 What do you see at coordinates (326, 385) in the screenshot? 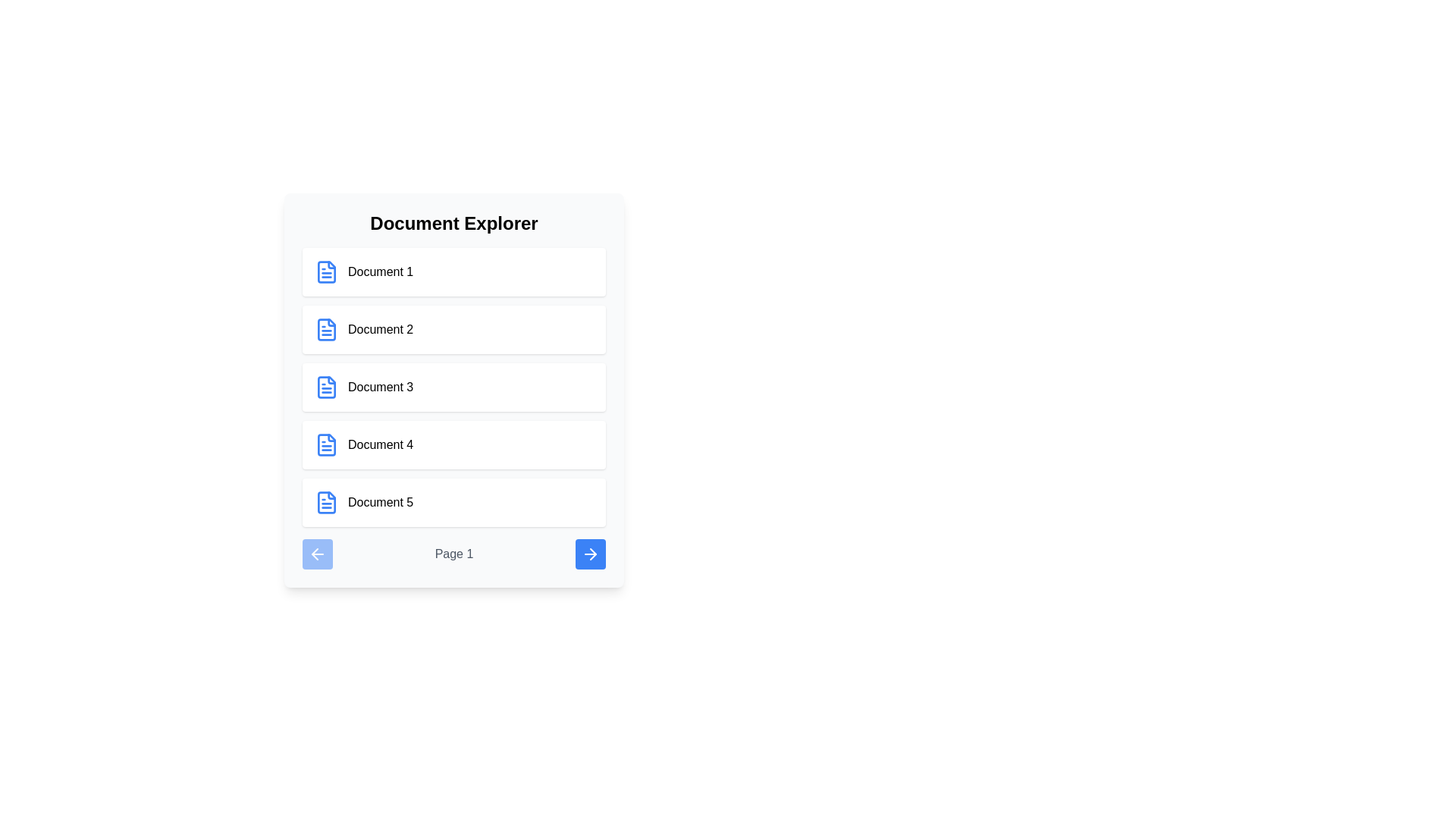
I see `the blue file icon located to the left of the label 'Document 3'` at bounding box center [326, 385].